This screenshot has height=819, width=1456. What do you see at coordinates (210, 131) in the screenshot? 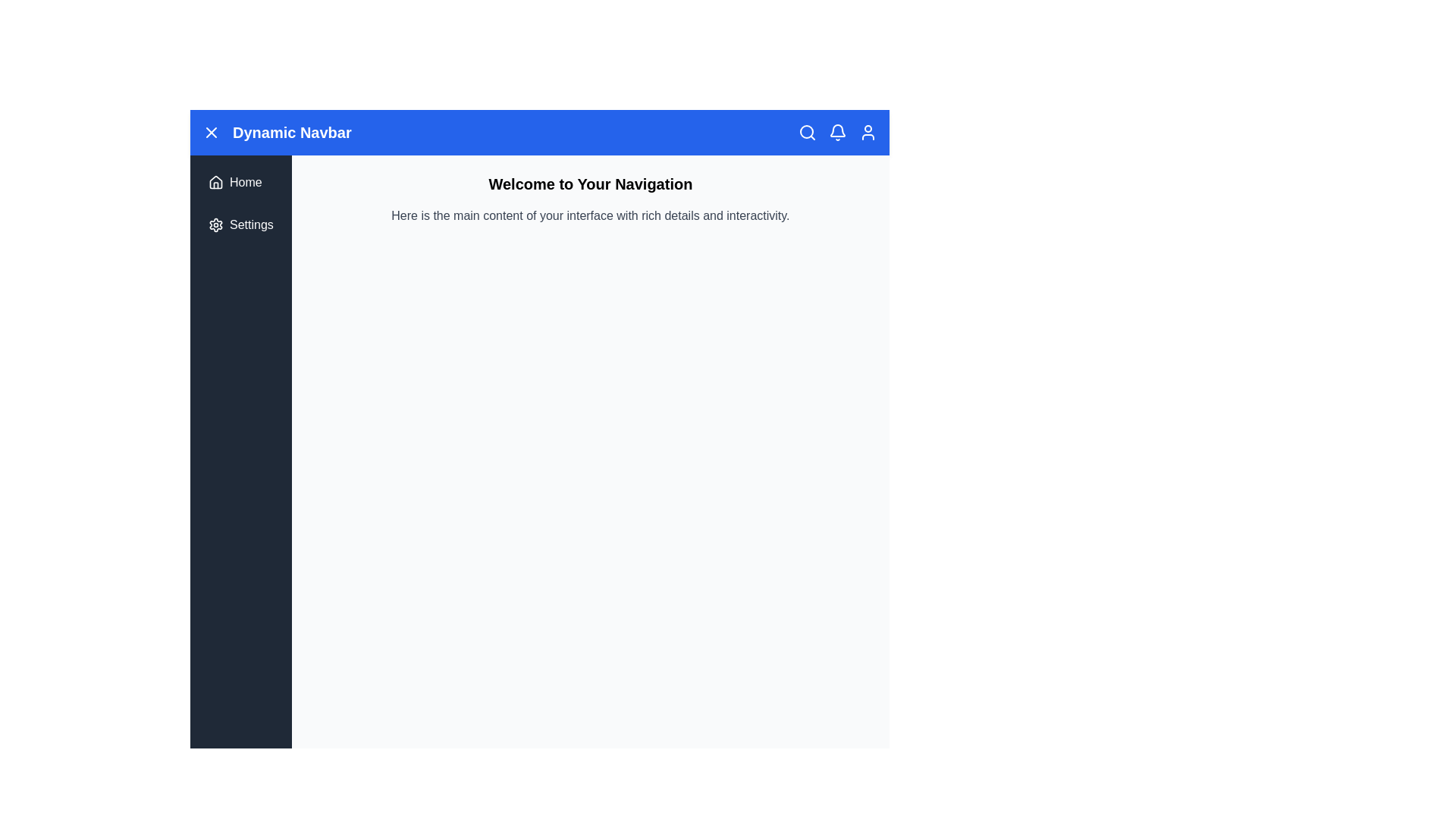
I see `the SVG-based cross icon located near the 'Dynamic Navbar' text label` at bounding box center [210, 131].